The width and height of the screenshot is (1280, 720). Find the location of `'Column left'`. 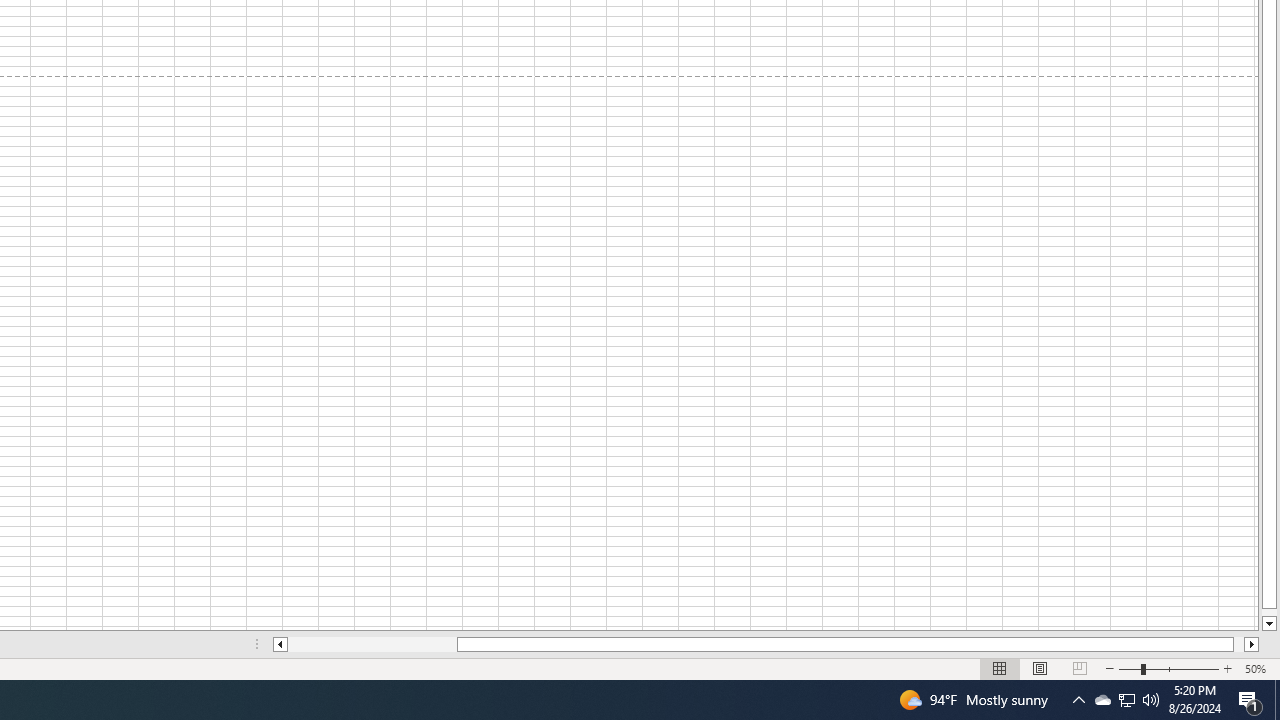

'Column left' is located at coordinates (278, 644).